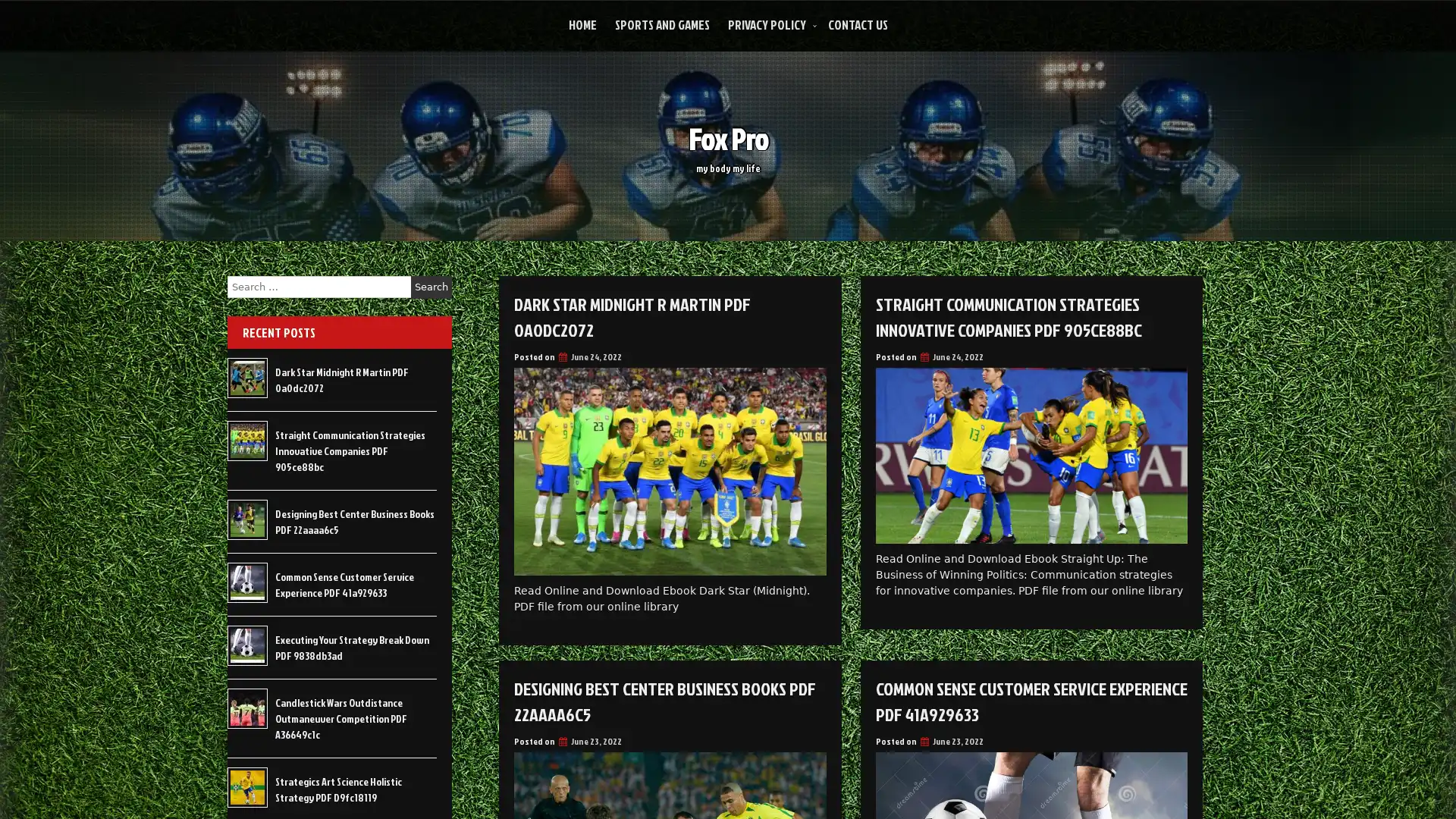 Image resolution: width=1456 pixels, height=819 pixels. What do you see at coordinates (431, 287) in the screenshot?
I see `Search` at bounding box center [431, 287].